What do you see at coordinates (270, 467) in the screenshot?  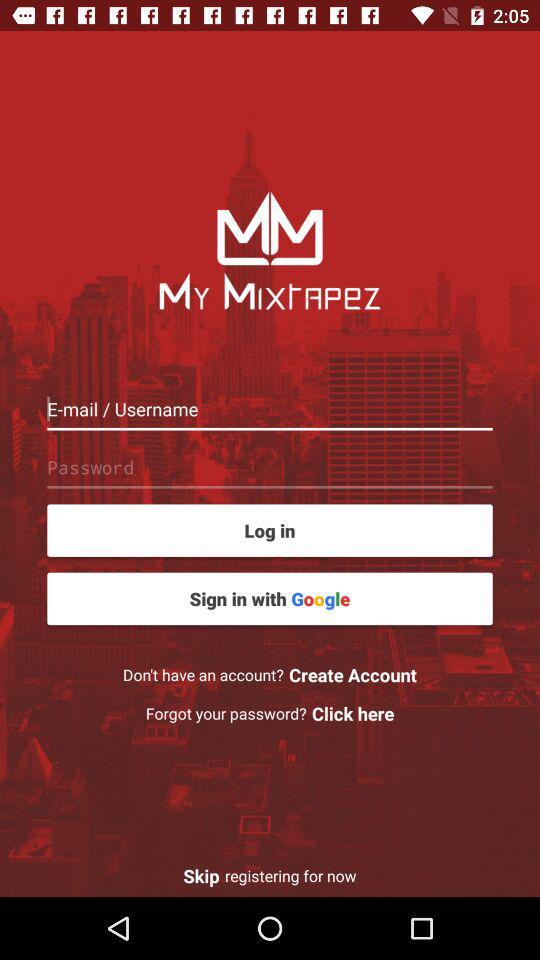 I see `password` at bounding box center [270, 467].